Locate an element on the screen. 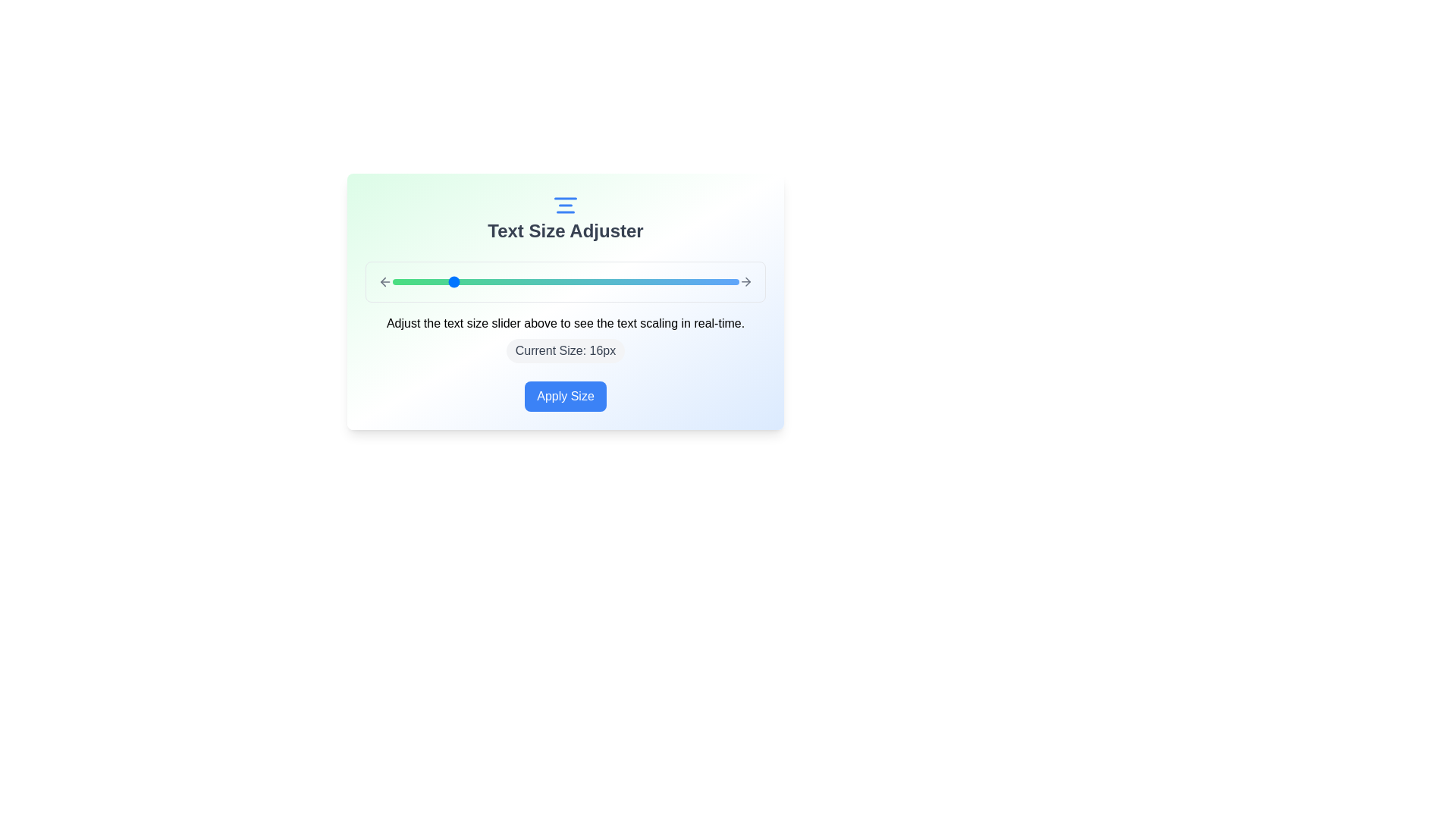  the text size slider to set the text size to 16px is located at coordinates (449, 281).